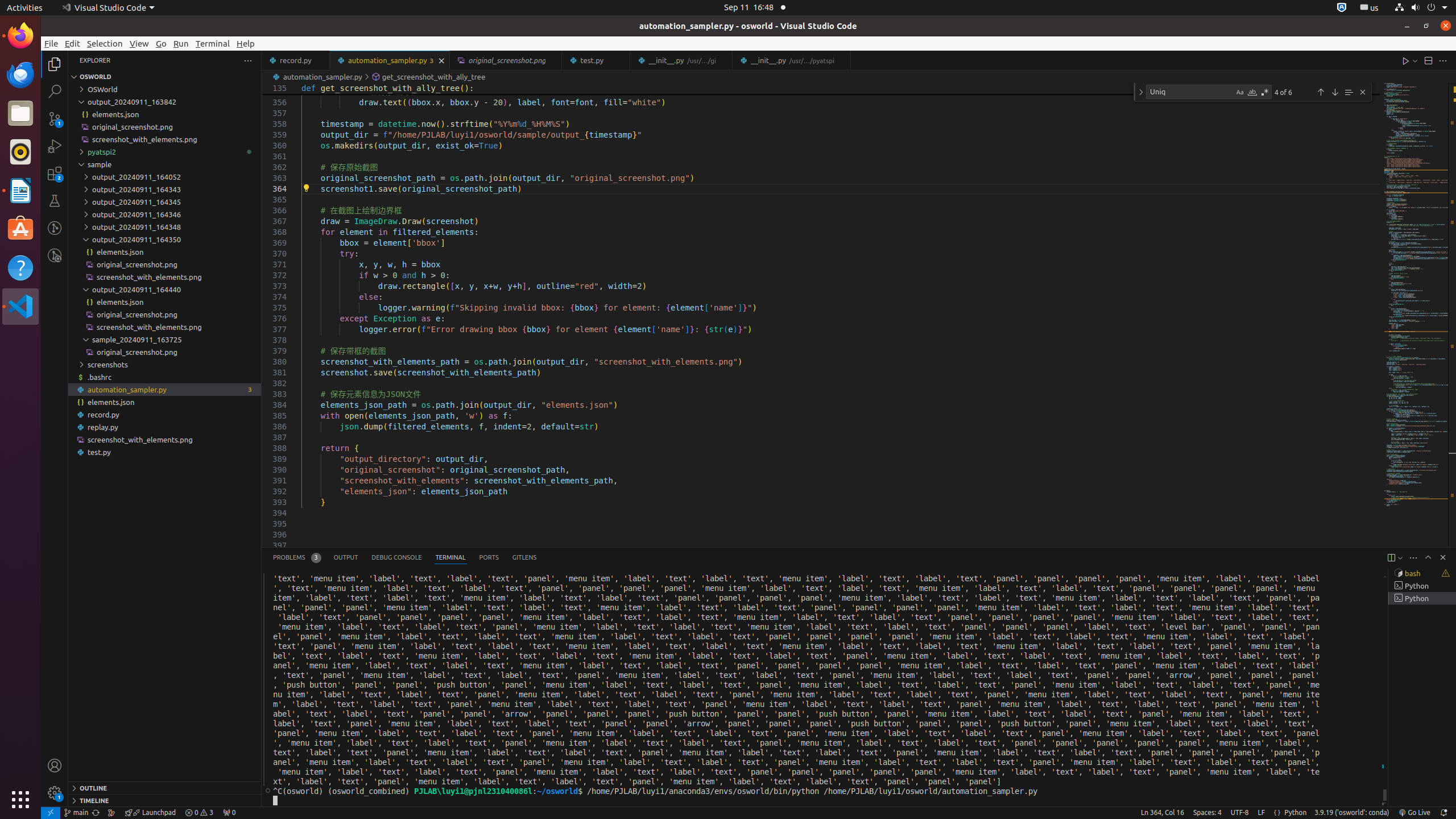 The image size is (1456, 819). Describe the element at coordinates (450, 557) in the screenshot. I see `'Terminal (Ctrl+`)'` at that location.